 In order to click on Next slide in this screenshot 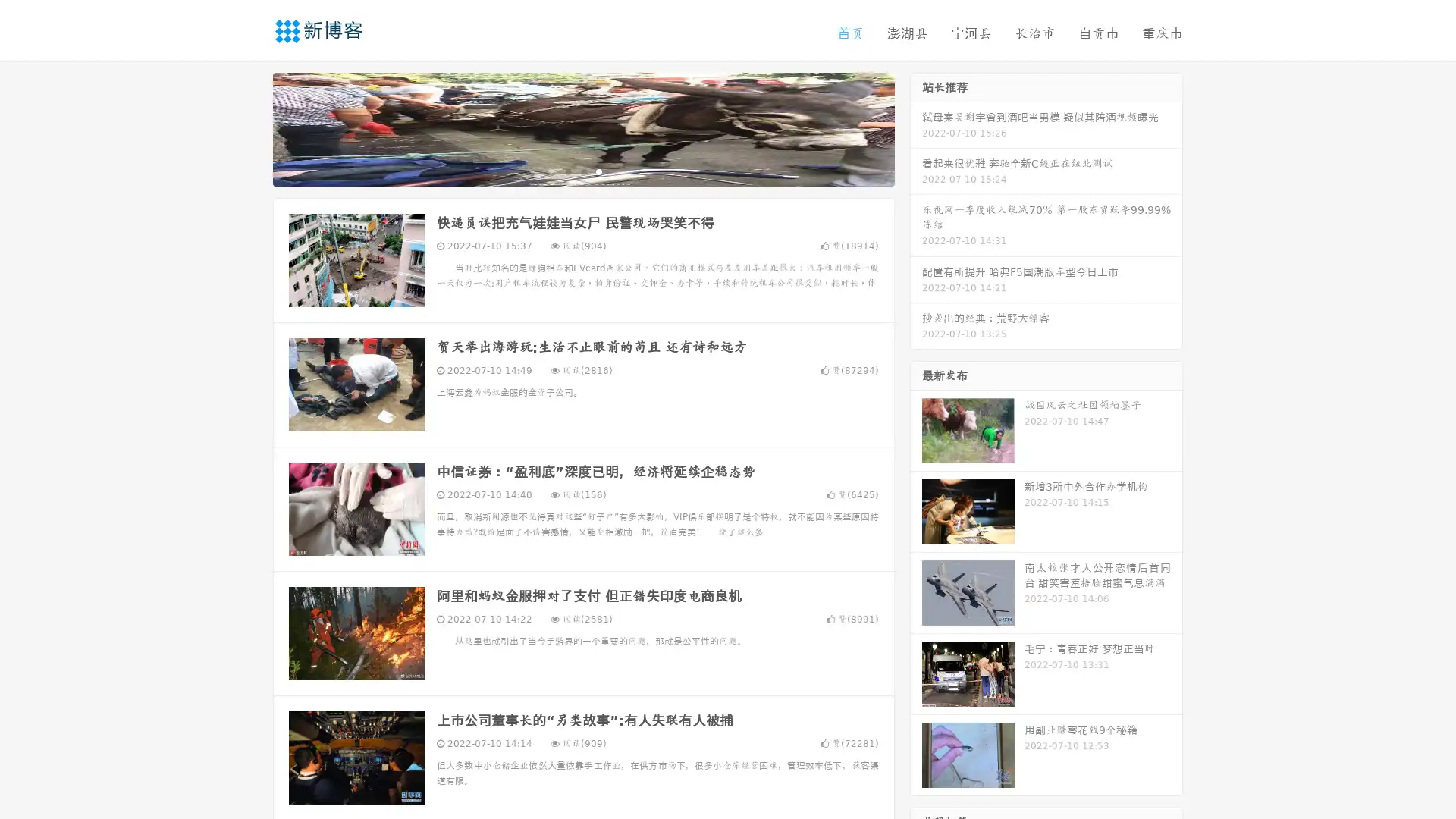, I will do `click(916, 127)`.